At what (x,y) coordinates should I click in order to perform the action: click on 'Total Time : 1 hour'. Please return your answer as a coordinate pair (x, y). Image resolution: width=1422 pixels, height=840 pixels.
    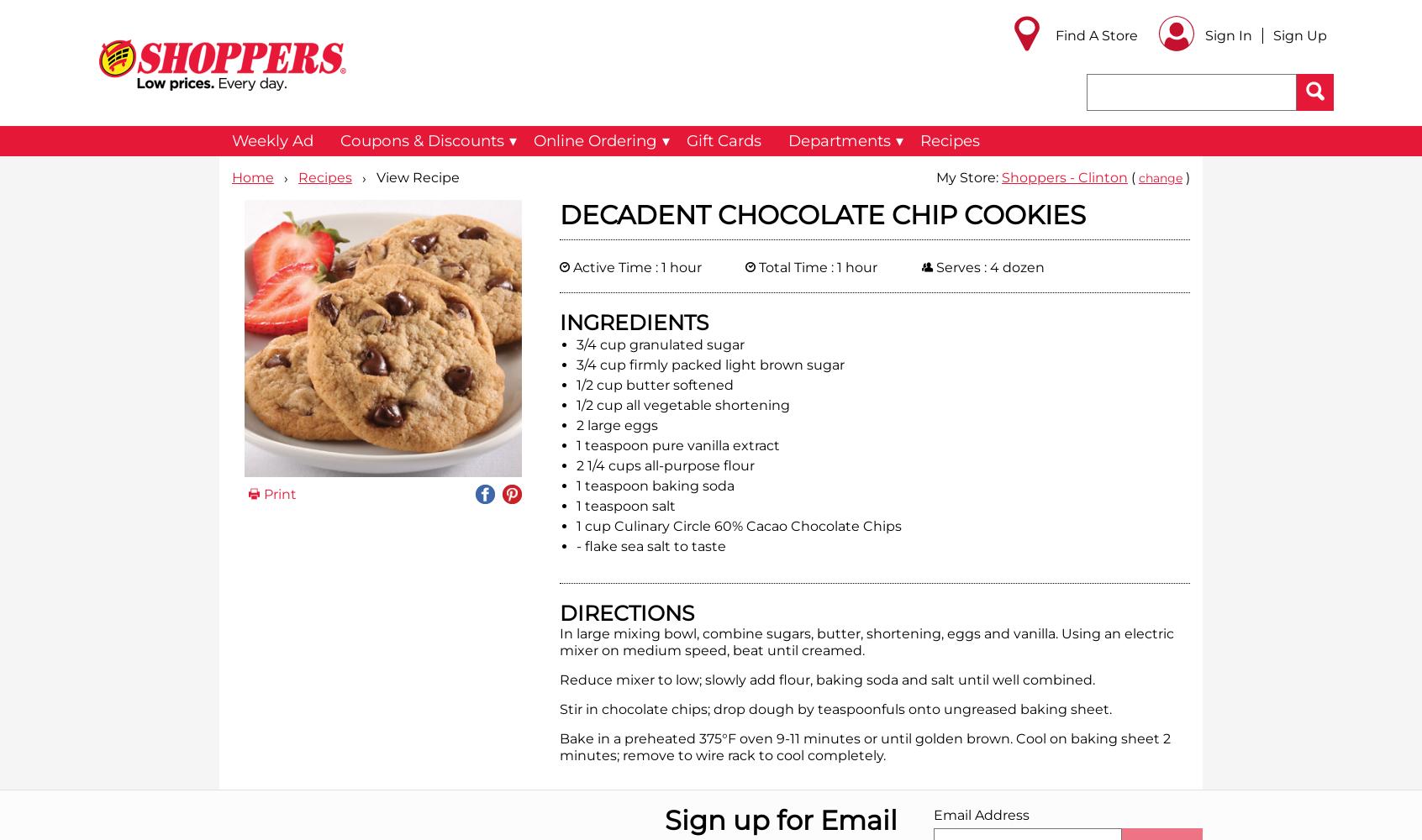
    Looking at the image, I should click on (816, 266).